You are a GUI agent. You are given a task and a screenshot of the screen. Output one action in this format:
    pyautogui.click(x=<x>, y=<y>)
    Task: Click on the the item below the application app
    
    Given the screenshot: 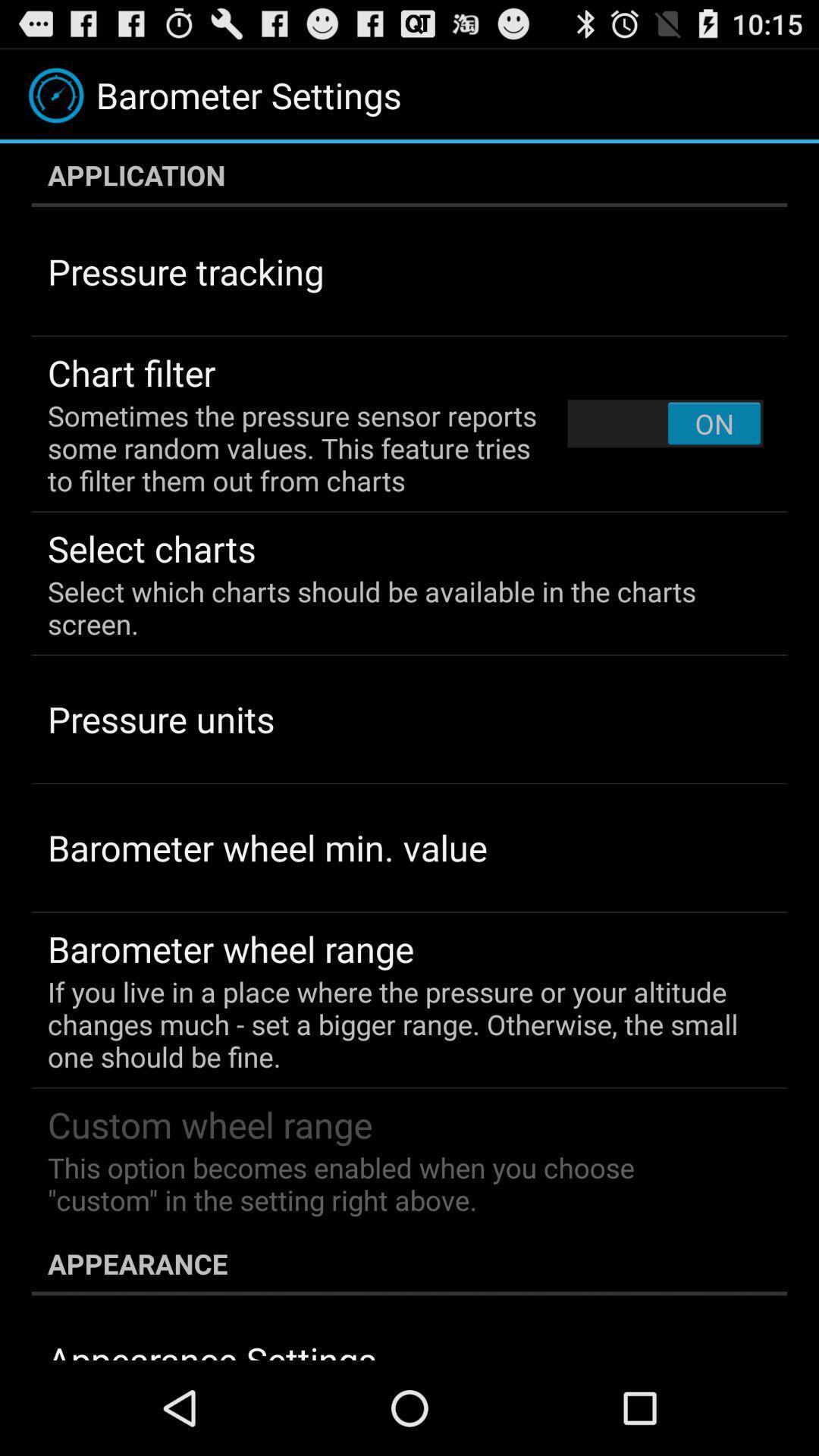 What is the action you would take?
    pyautogui.click(x=664, y=423)
    